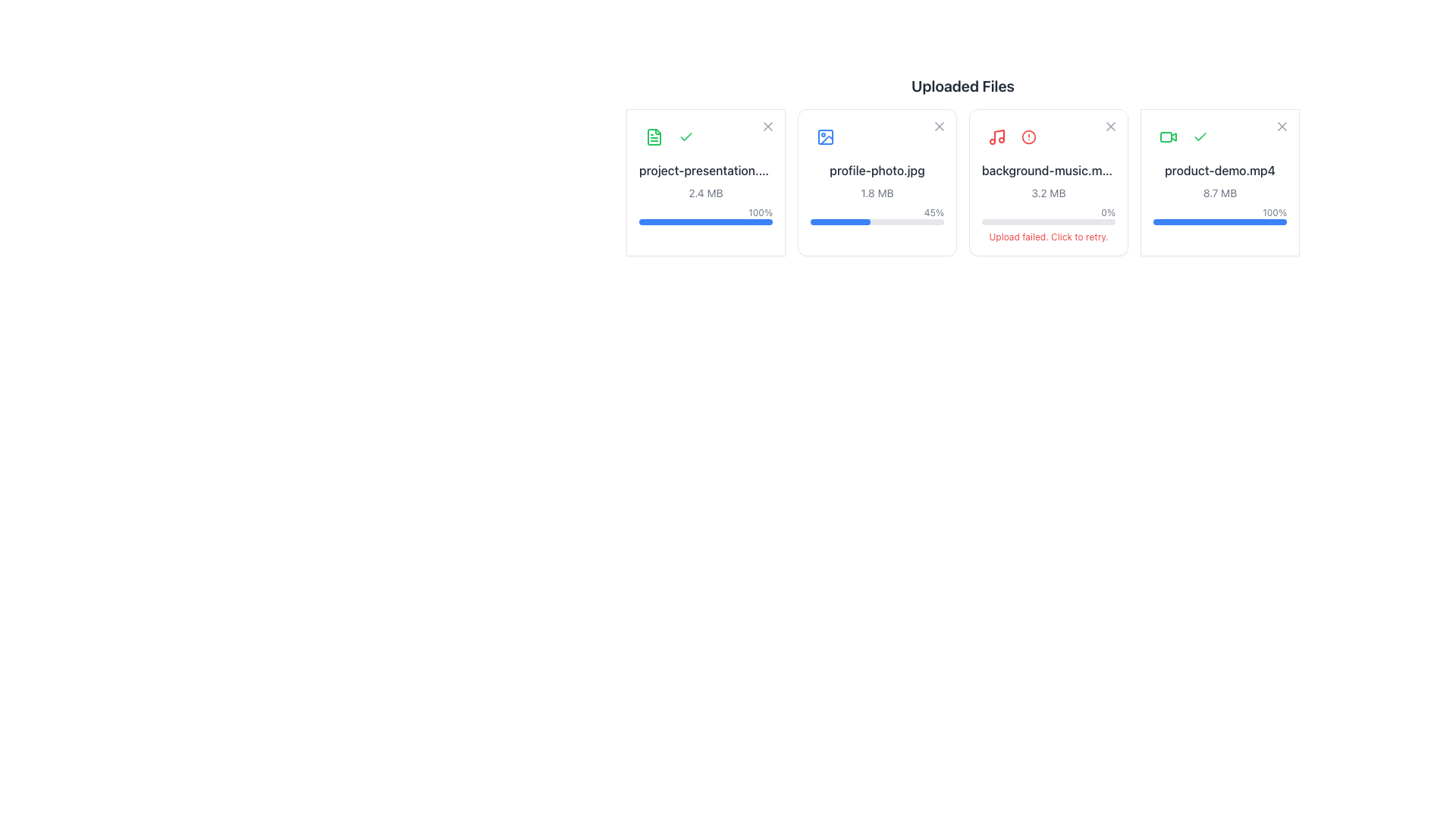 Image resolution: width=1456 pixels, height=819 pixels. What do you see at coordinates (654, 137) in the screenshot?
I see `the document icon representing the uploaded file within the 'project-presentation' file upload card, located in the upper-left corner, to the left of the green checkmark icon` at bounding box center [654, 137].